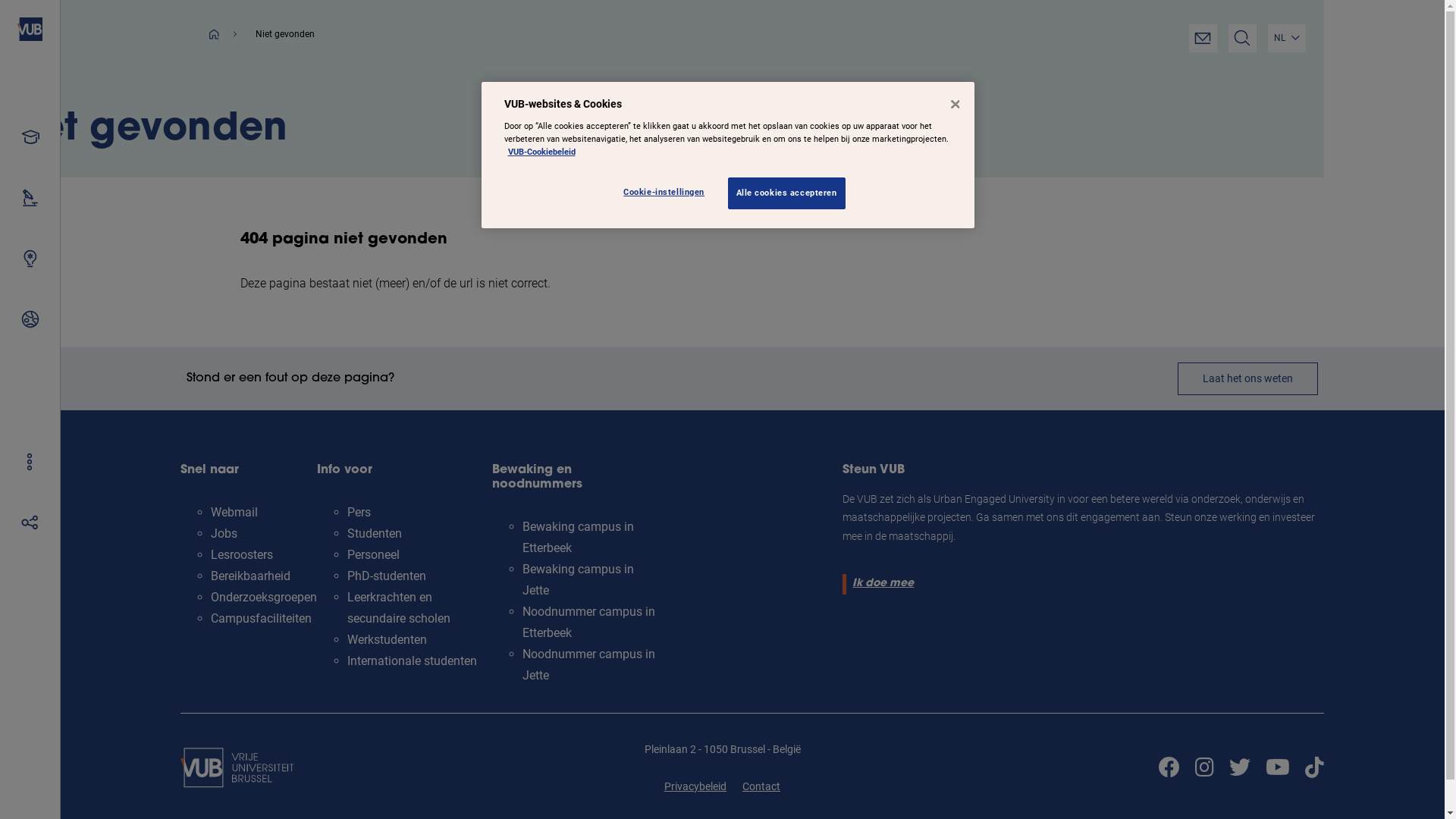  Describe the element at coordinates (577, 536) in the screenshot. I see `'Bewaking campus in Etterbeek'` at that location.